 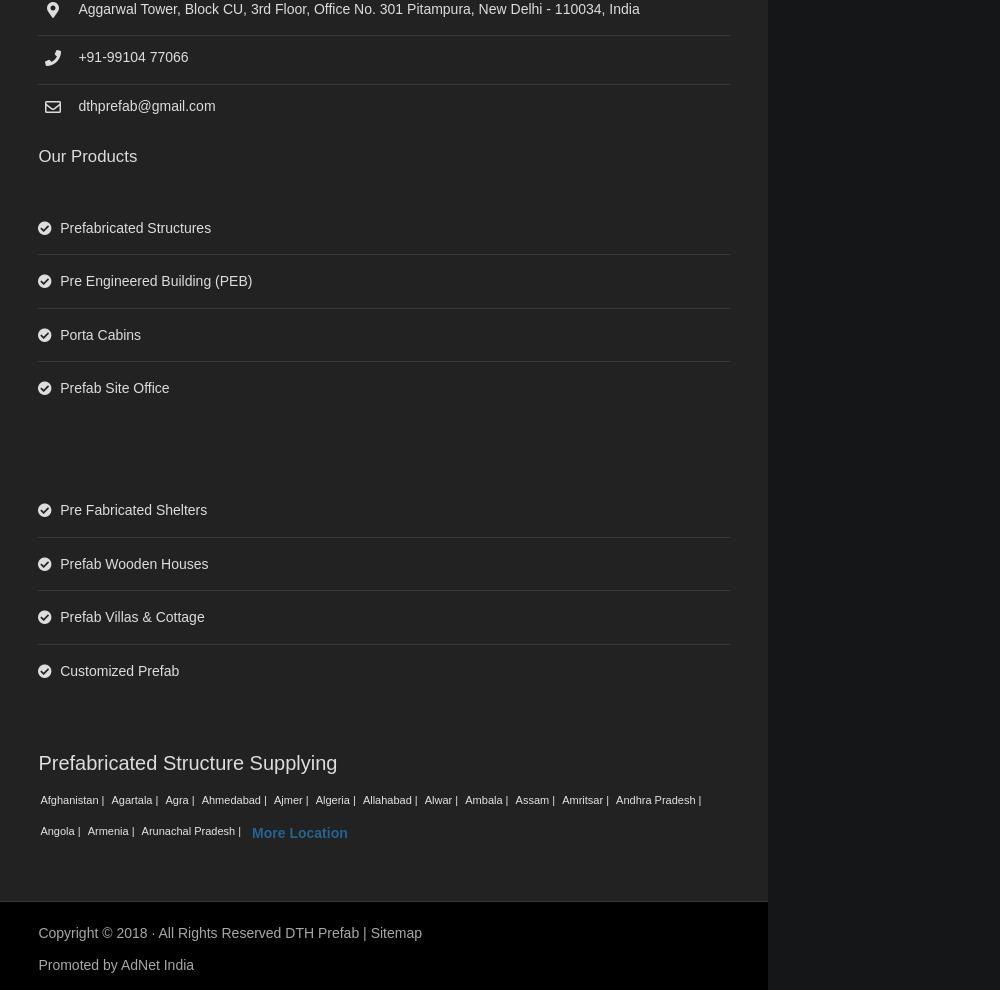 What do you see at coordinates (335, 799) in the screenshot?
I see `'Algeria |'` at bounding box center [335, 799].